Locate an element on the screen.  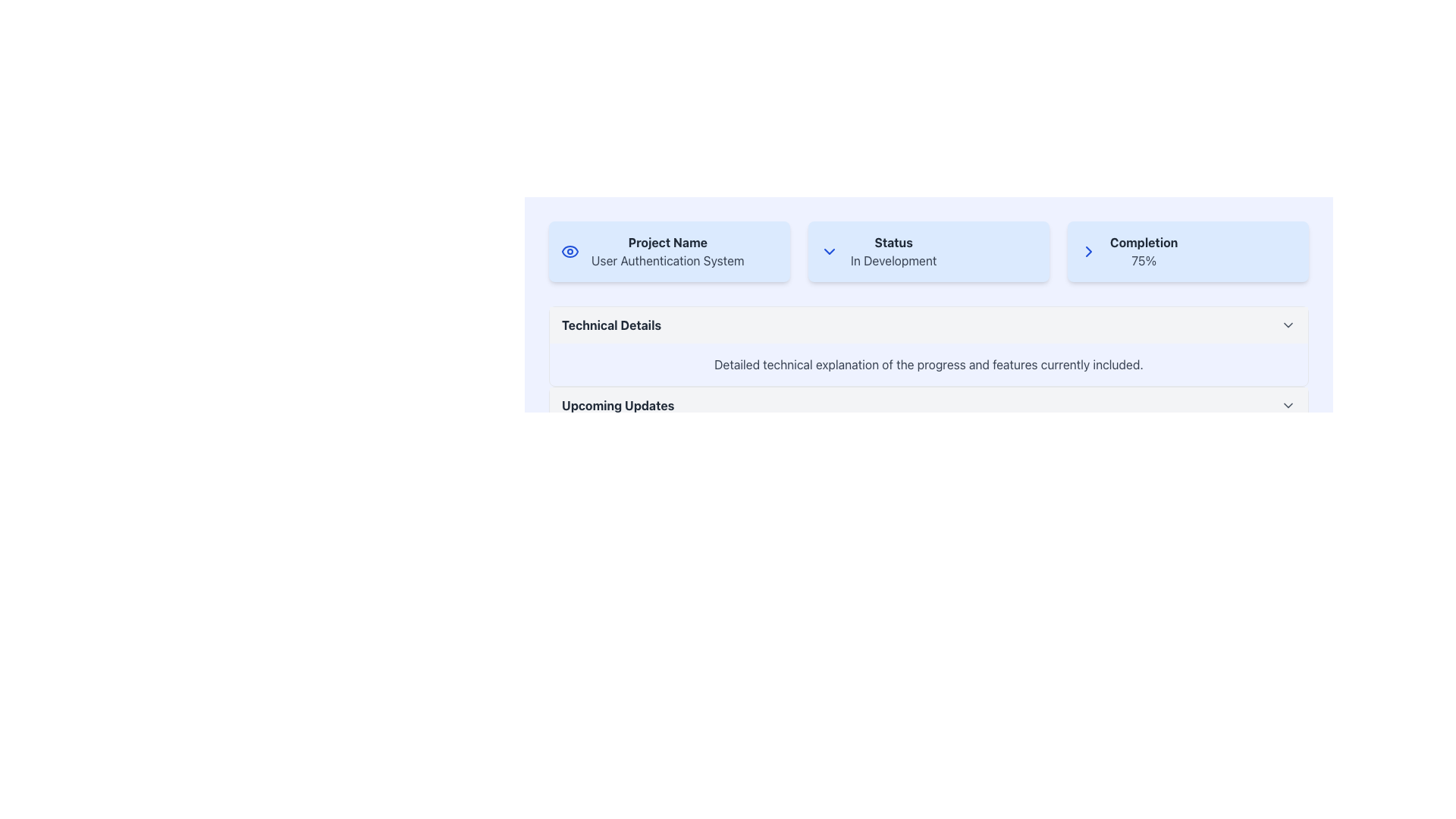
the label displaying 'User Authentication System', which is styled in gray (#gray-700) and positioned directly below 'Project Name' within a light blue rectangular box is located at coordinates (667, 259).